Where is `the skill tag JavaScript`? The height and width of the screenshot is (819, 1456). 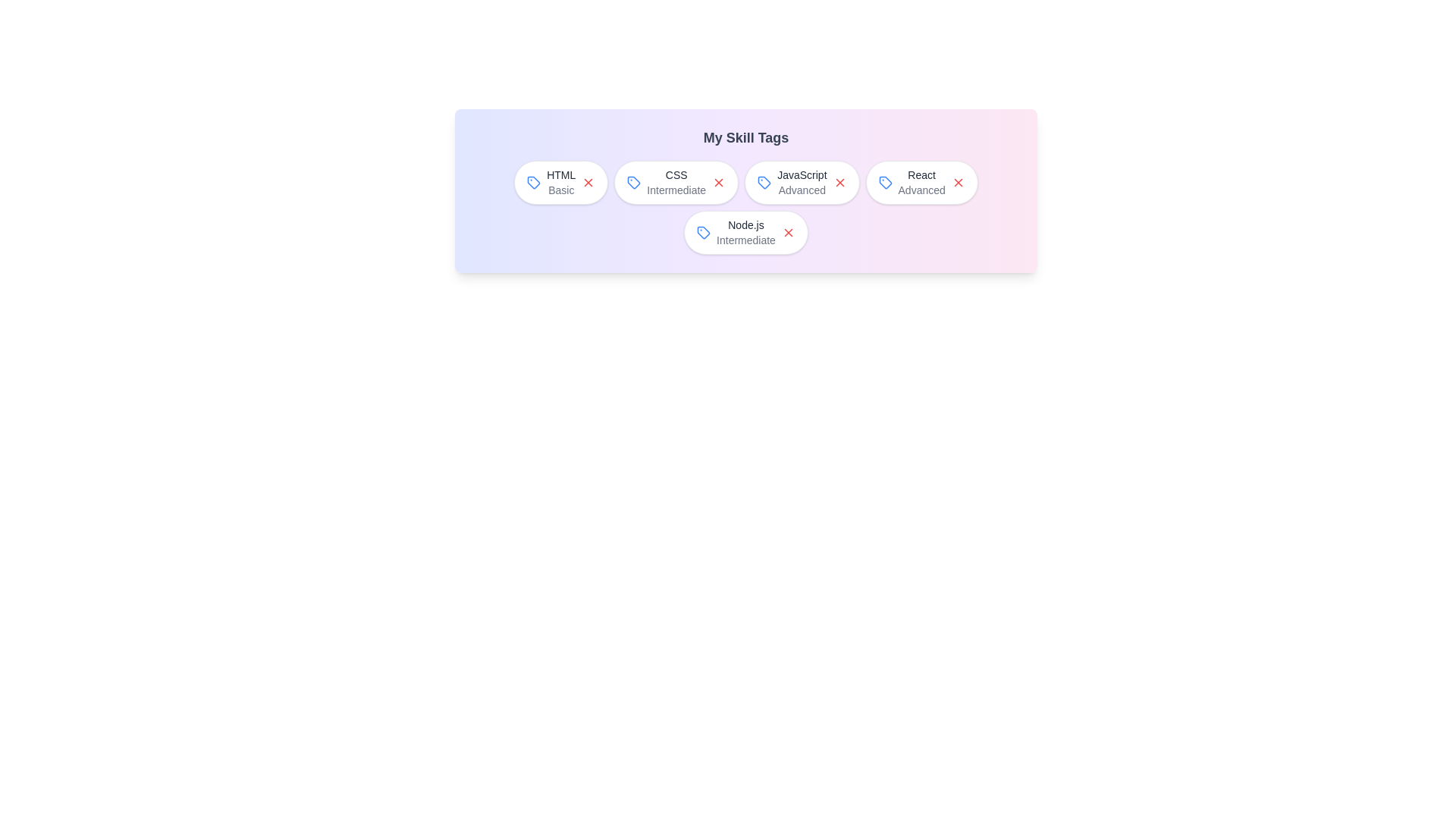
the skill tag JavaScript is located at coordinates (801, 181).